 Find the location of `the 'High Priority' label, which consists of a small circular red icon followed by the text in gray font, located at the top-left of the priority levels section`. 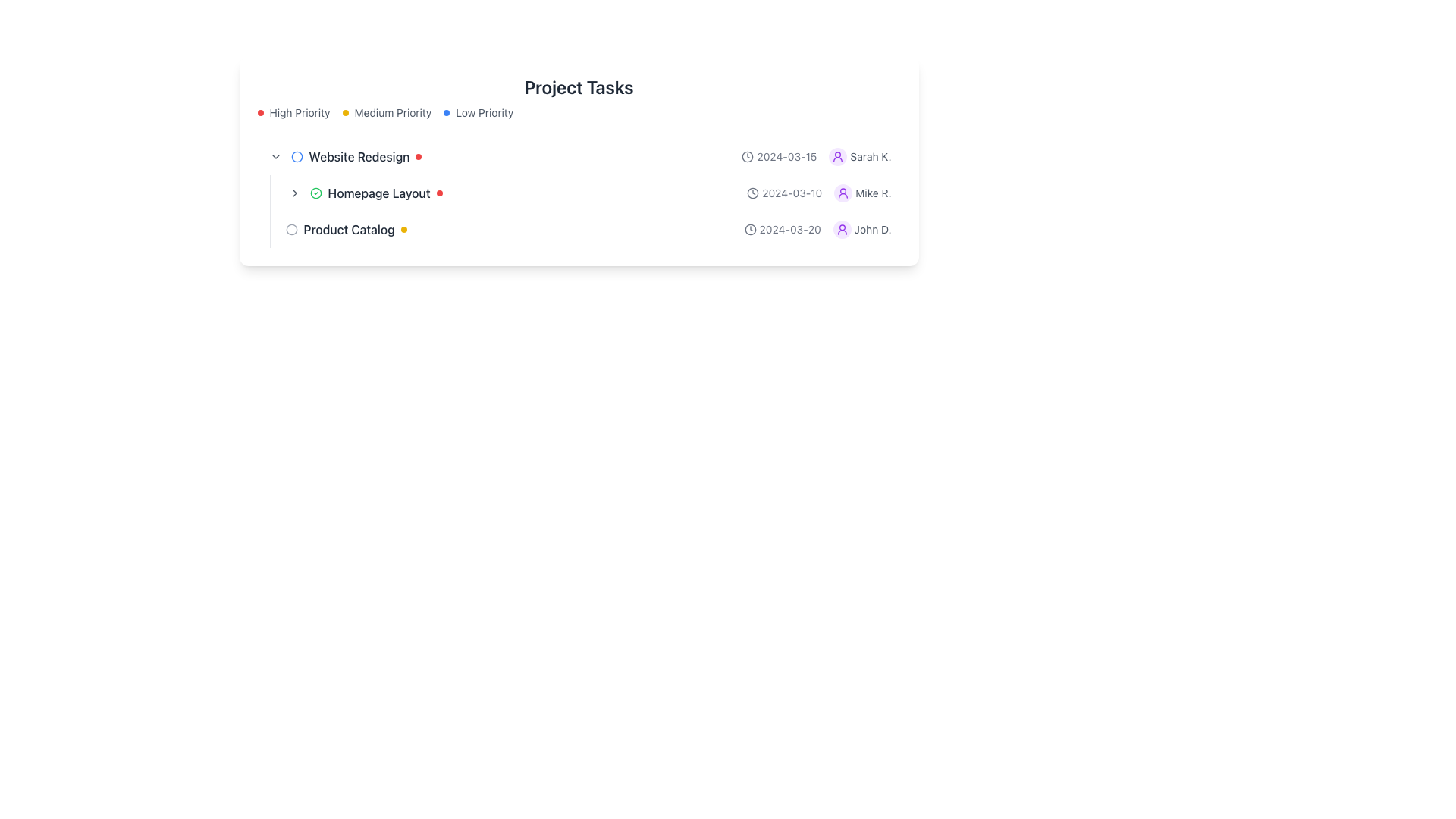

the 'High Priority' label, which consists of a small circular red icon followed by the text in gray font, located at the top-left of the priority levels section is located at coordinates (293, 112).